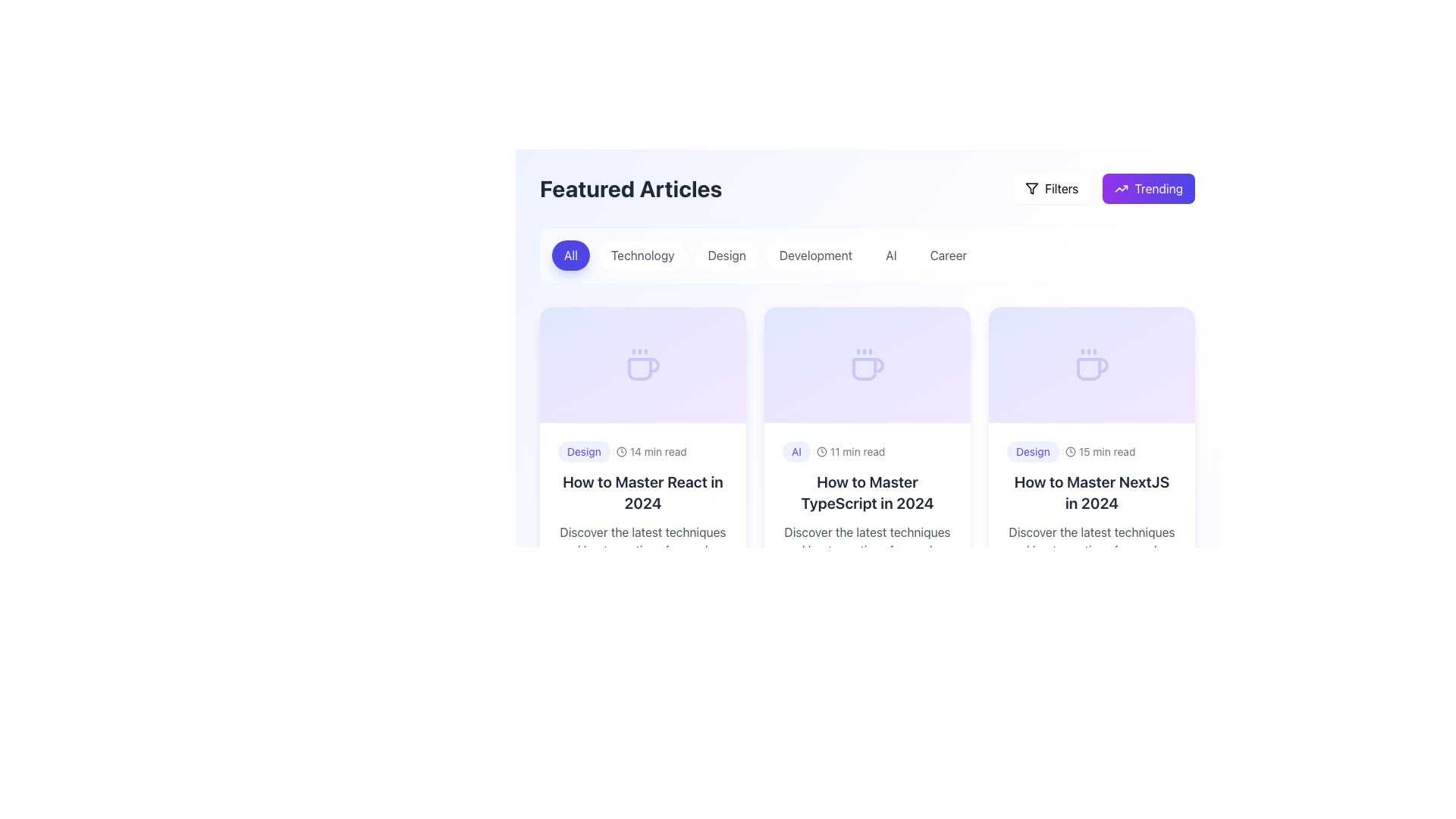 This screenshot has height=819, width=1456. What do you see at coordinates (644, 369) in the screenshot?
I see `the coffee cup icon, which is part of the 'Featured Articles' section and located in the first card of three articles` at bounding box center [644, 369].